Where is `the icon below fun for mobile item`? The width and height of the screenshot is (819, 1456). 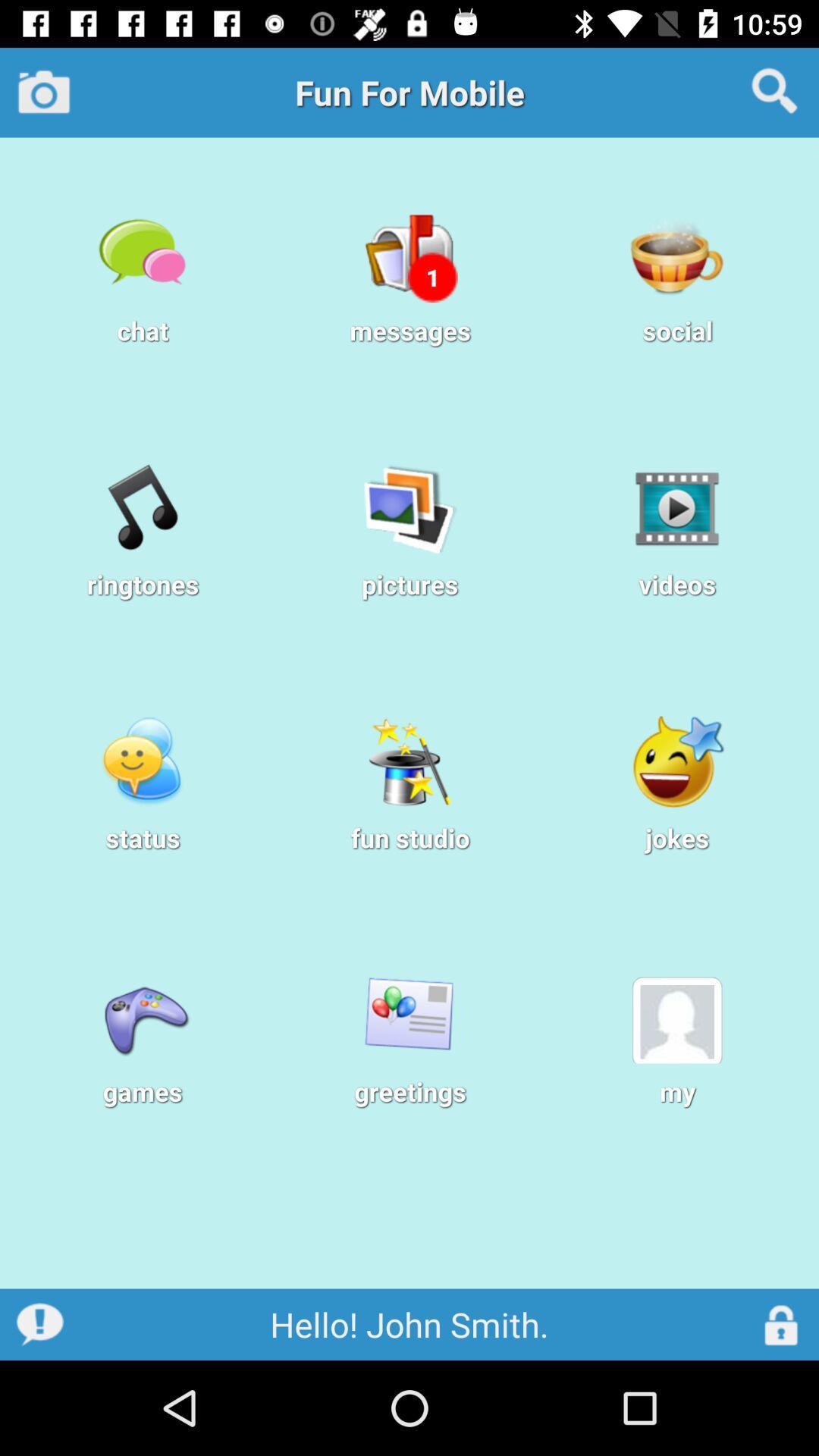
the icon below fun for mobile item is located at coordinates (432, 277).